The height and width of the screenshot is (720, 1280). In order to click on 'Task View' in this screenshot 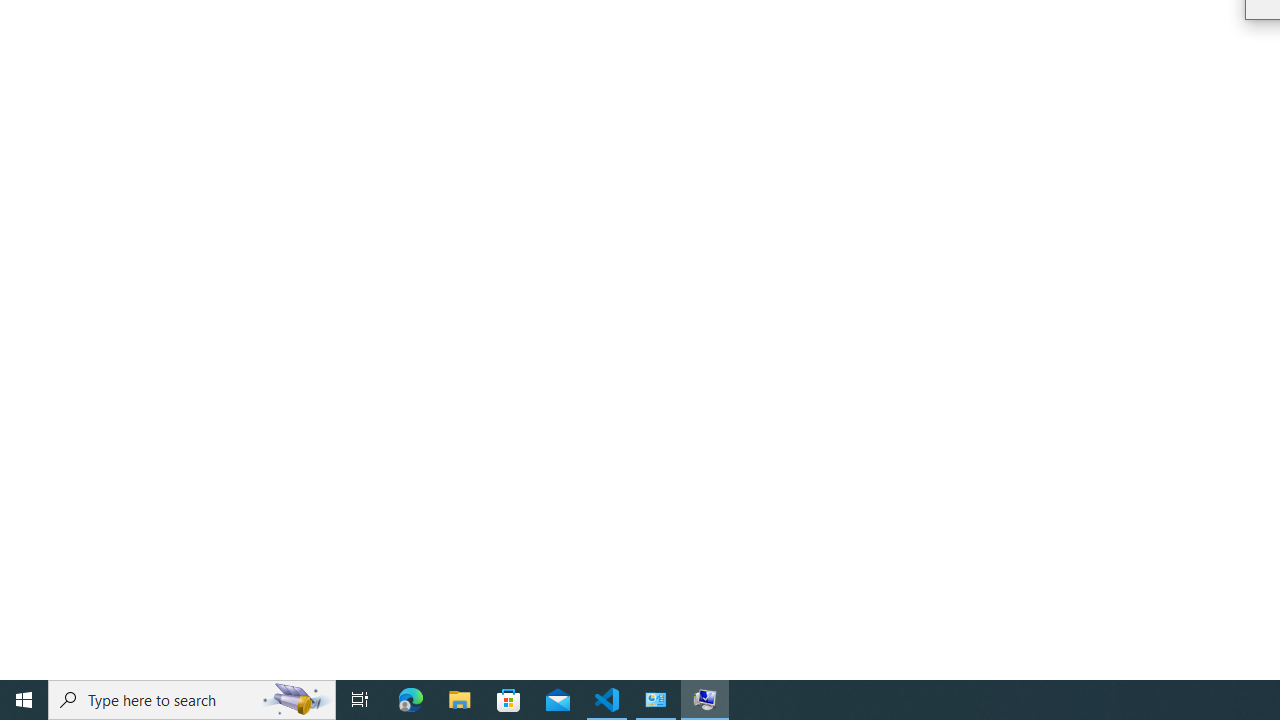, I will do `click(359, 698)`.